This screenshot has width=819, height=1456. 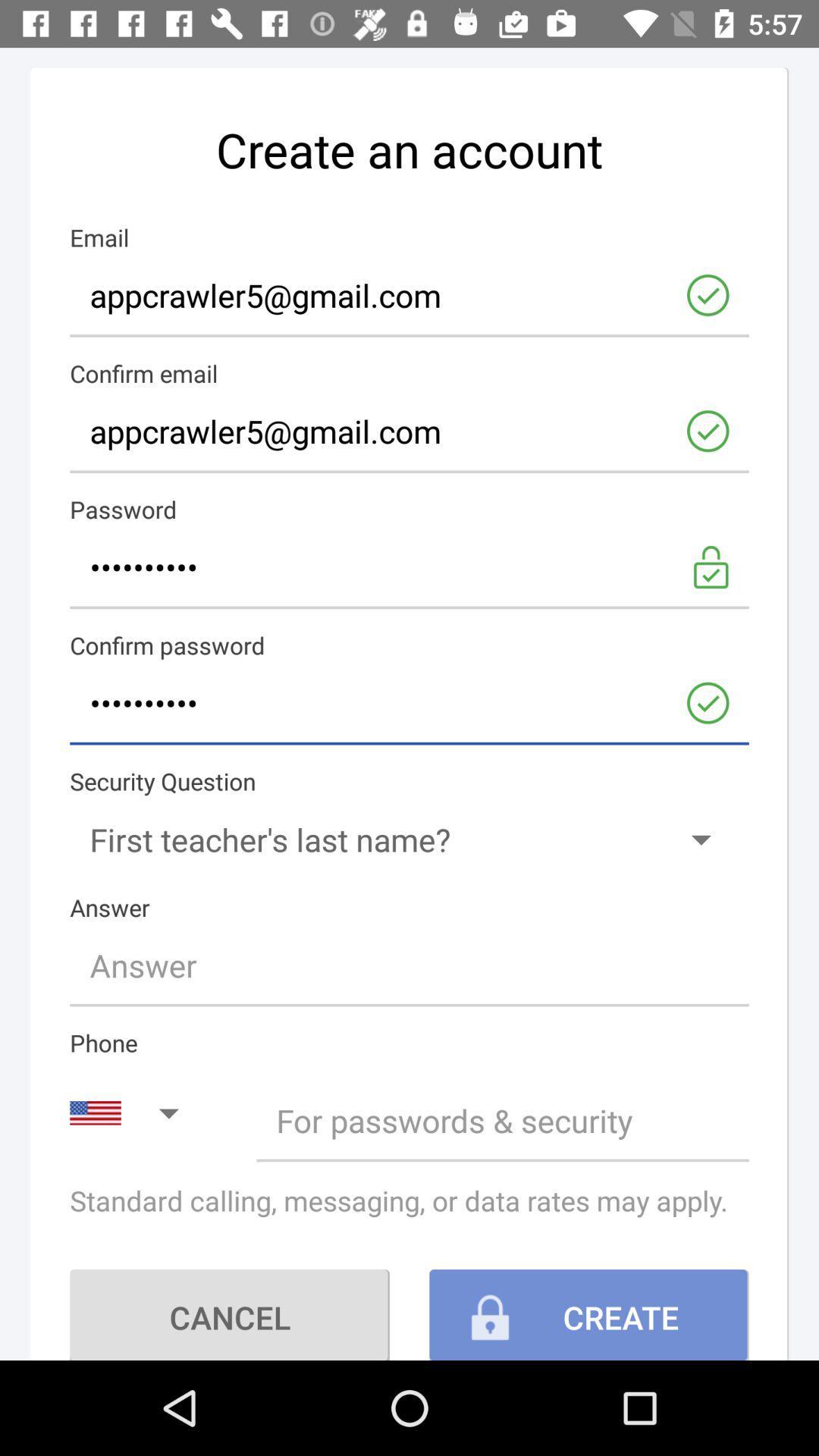 I want to click on type the answer line, so click(x=409, y=964).